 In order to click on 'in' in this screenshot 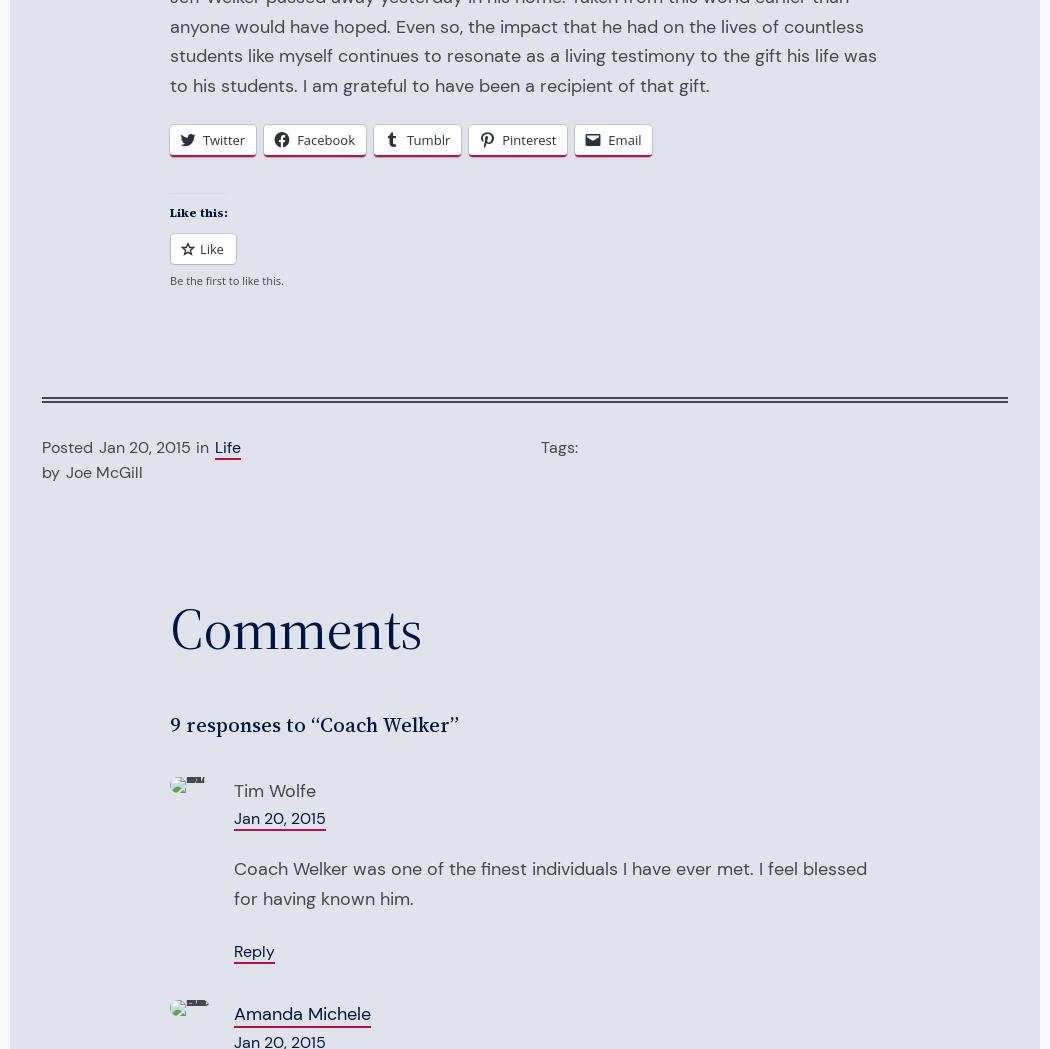, I will do `click(201, 447)`.